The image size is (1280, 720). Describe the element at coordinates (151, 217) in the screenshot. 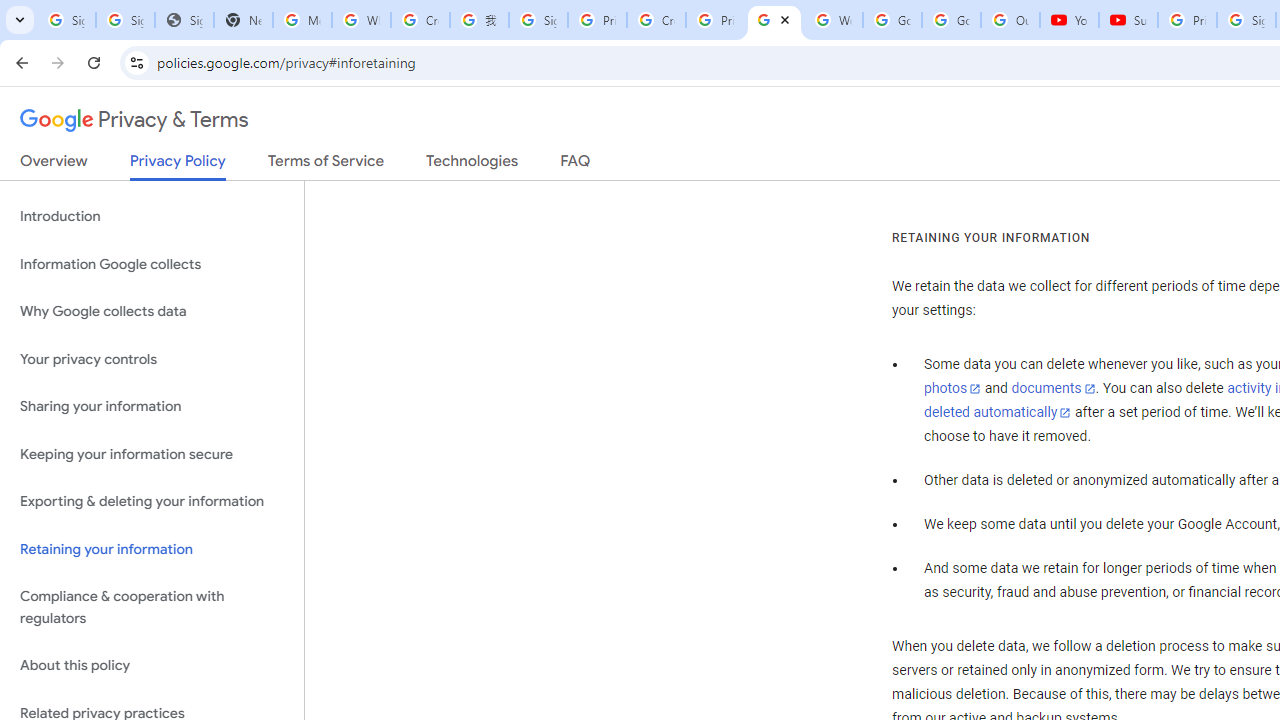

I see `'Introduction'` at that location.